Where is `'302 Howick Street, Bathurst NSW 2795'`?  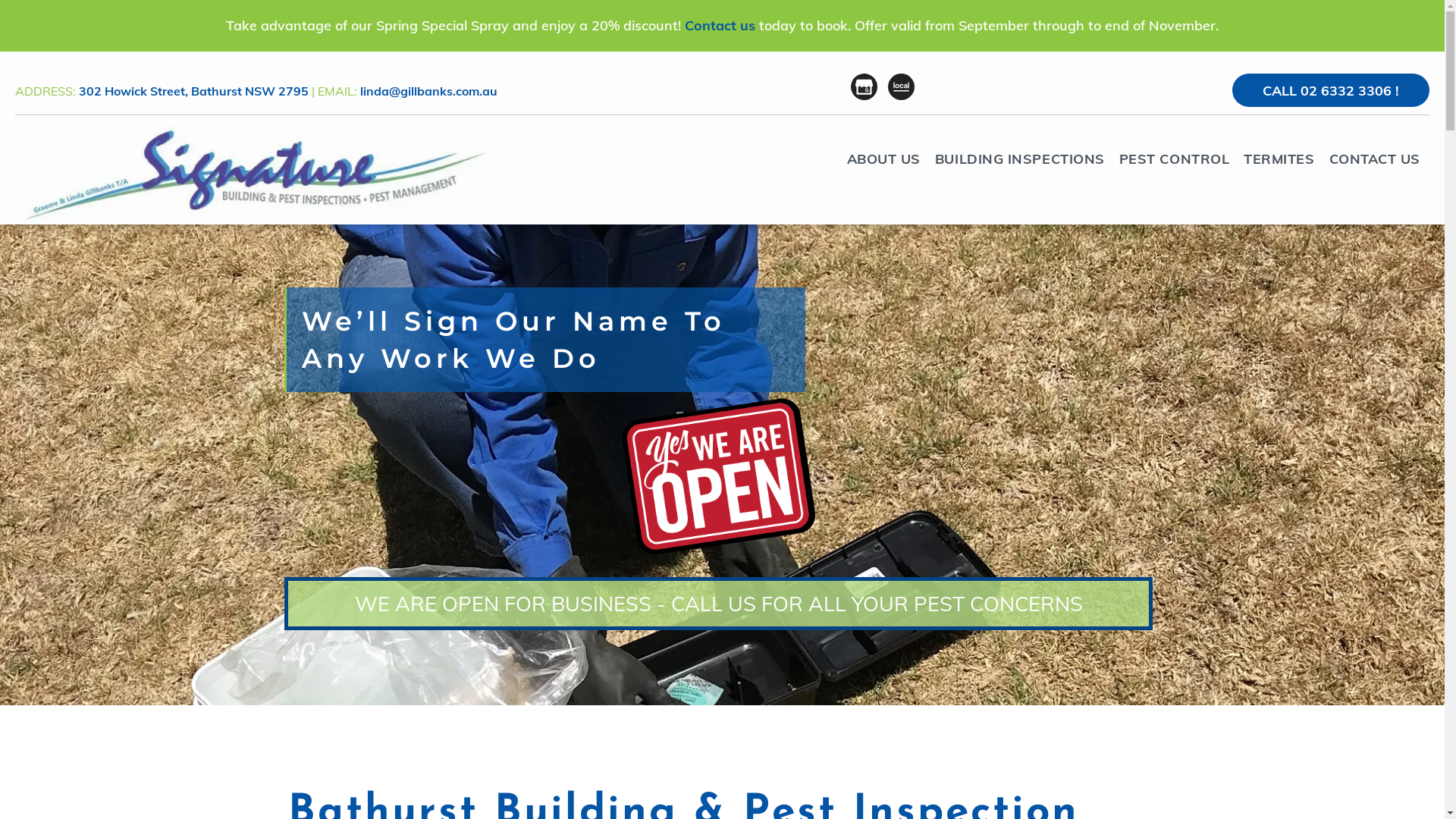 '302 Howick Street, Bathurst NSW 2795' is located at coordinates (193, 90).